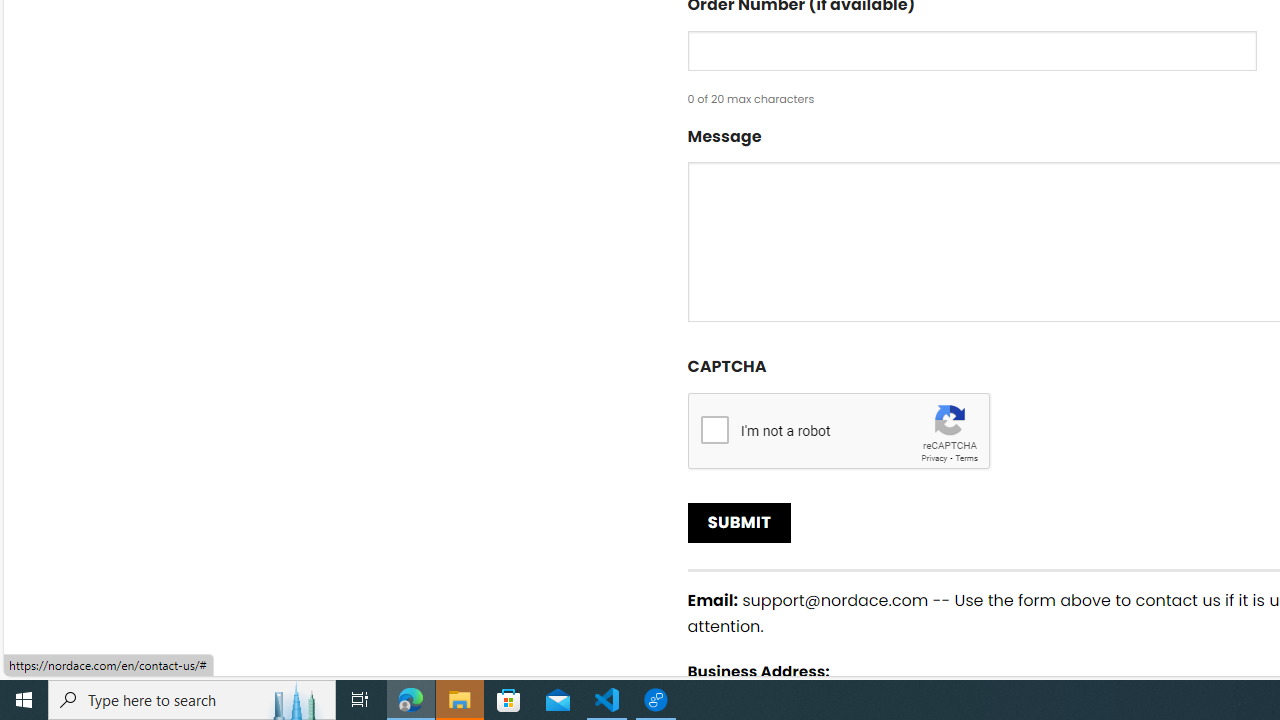 The image size is (1280, 720). Describe the element at coordinates (738, 522) in the screenshot. I see `'Submit'` at that location.